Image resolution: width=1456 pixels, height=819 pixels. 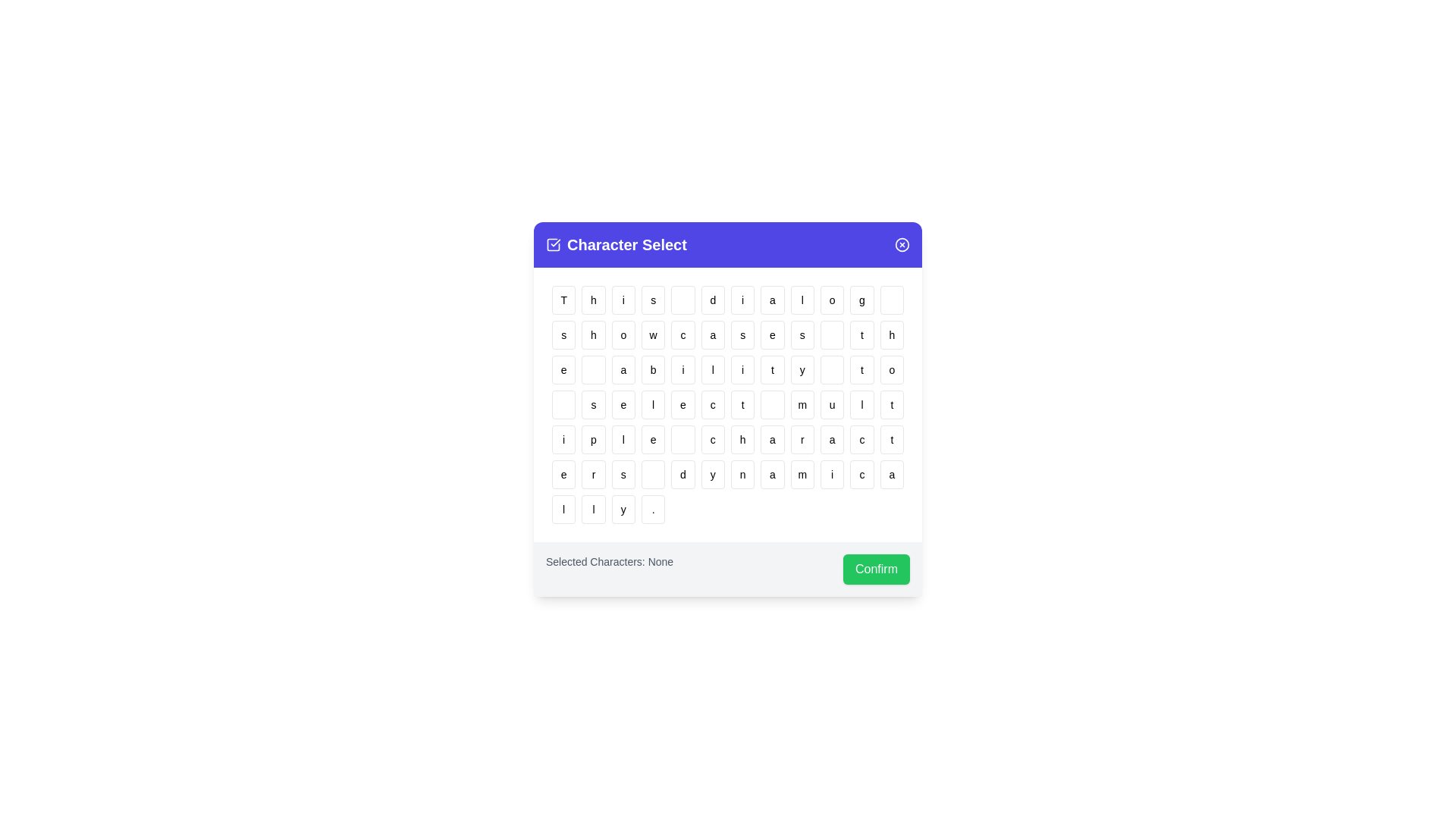 I want to click on the 'Confirm' button to confirm the character selection, so click(x=877, y=570).